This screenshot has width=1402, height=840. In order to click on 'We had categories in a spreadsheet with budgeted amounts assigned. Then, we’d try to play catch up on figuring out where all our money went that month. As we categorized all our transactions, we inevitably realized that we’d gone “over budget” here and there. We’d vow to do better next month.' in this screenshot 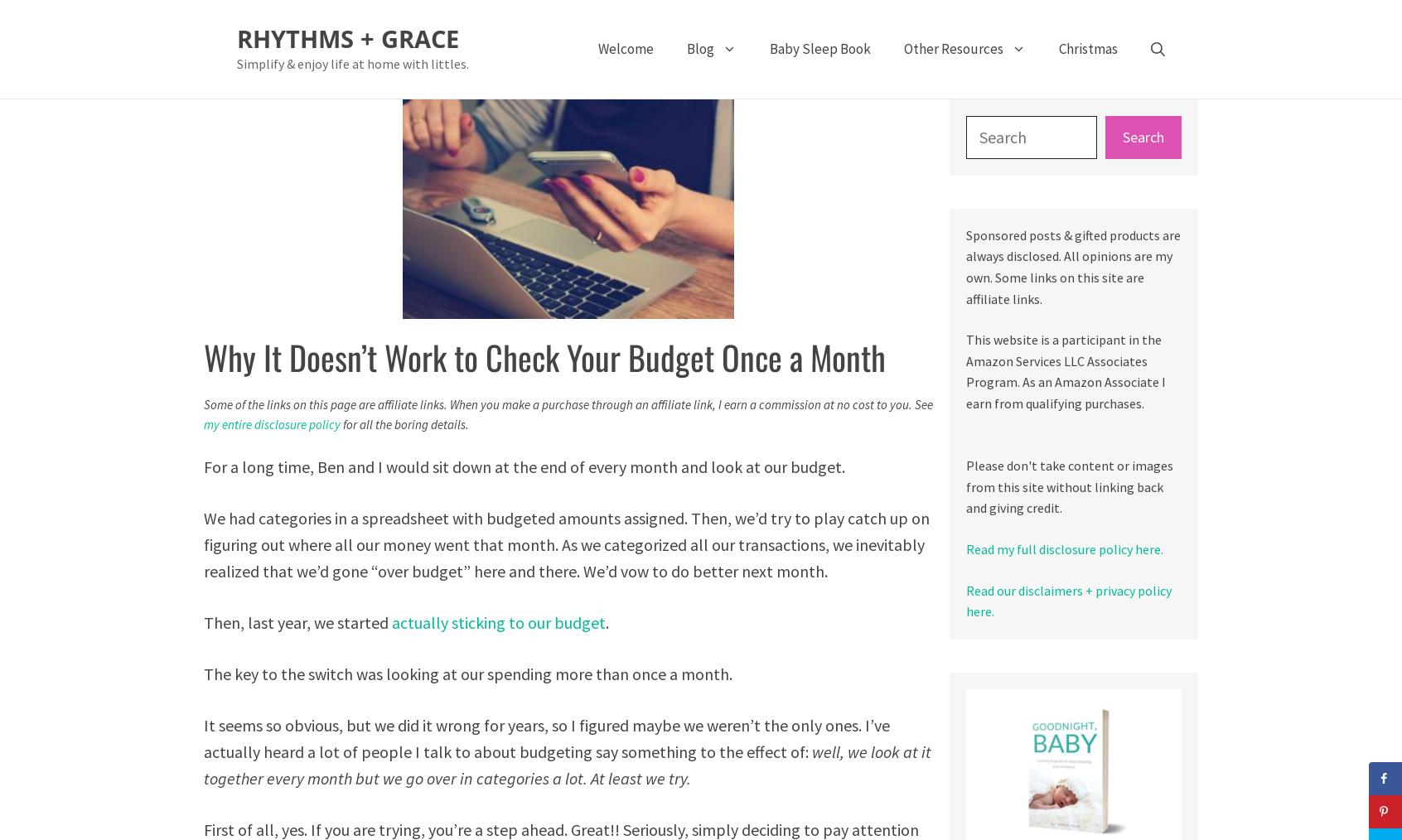, I will do `click(567, 543)`.